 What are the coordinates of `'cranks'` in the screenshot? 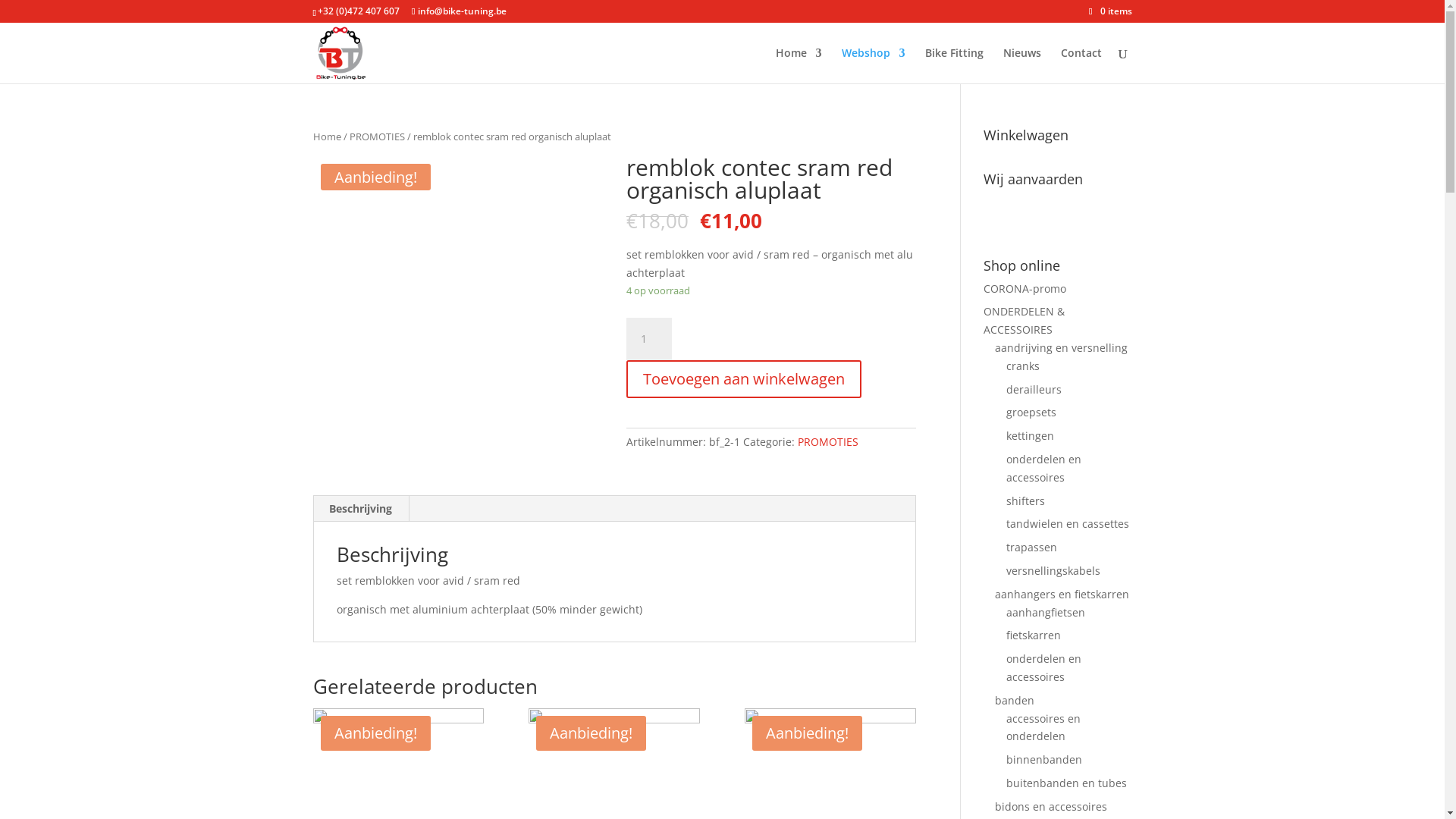 It's located at (1022, 366).